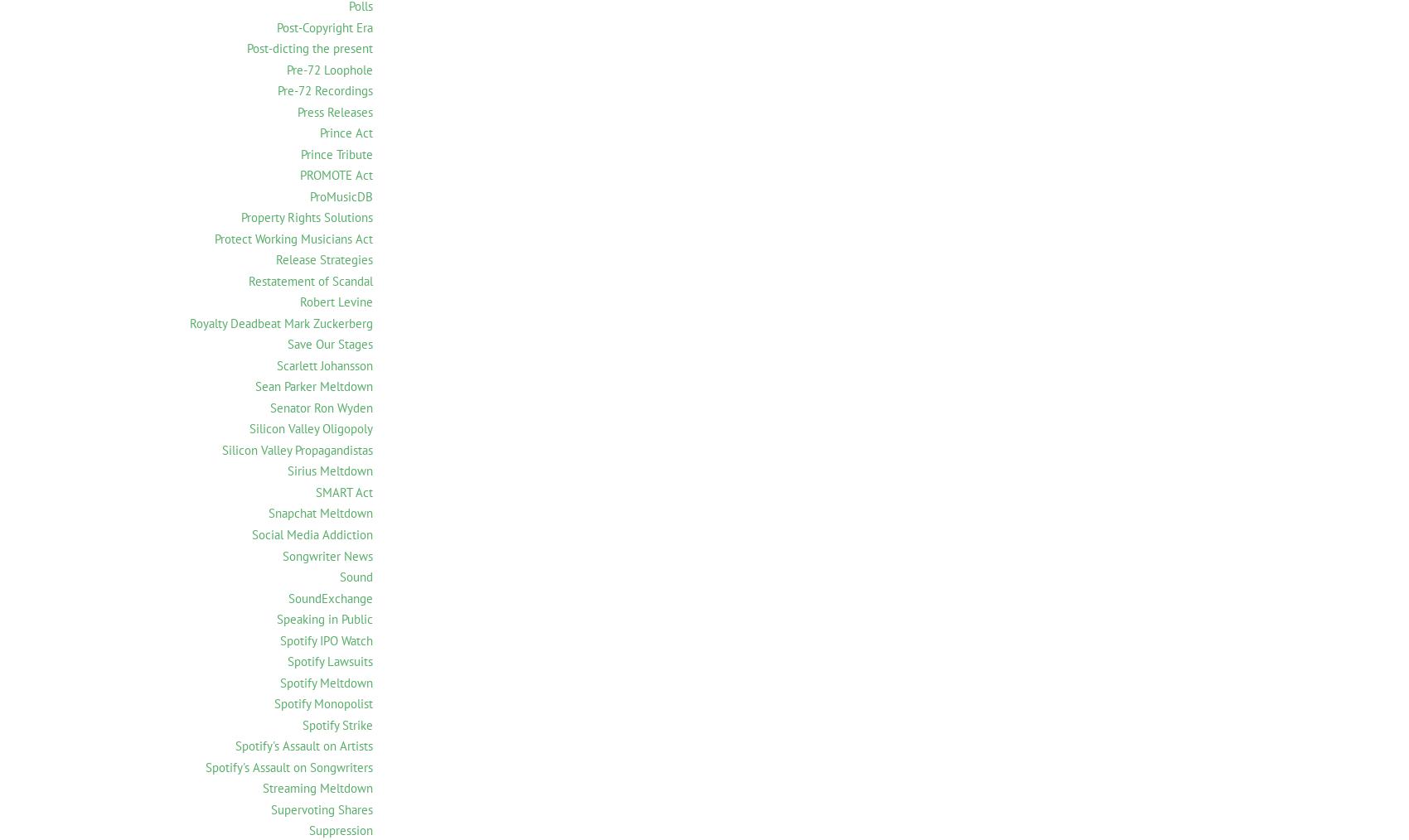 The height and width of the screenshot is (840, 1409). Describe the element at coordinates (312, 386) in the screenshot. I see `'Sean Parker Meltdown'` at that location.